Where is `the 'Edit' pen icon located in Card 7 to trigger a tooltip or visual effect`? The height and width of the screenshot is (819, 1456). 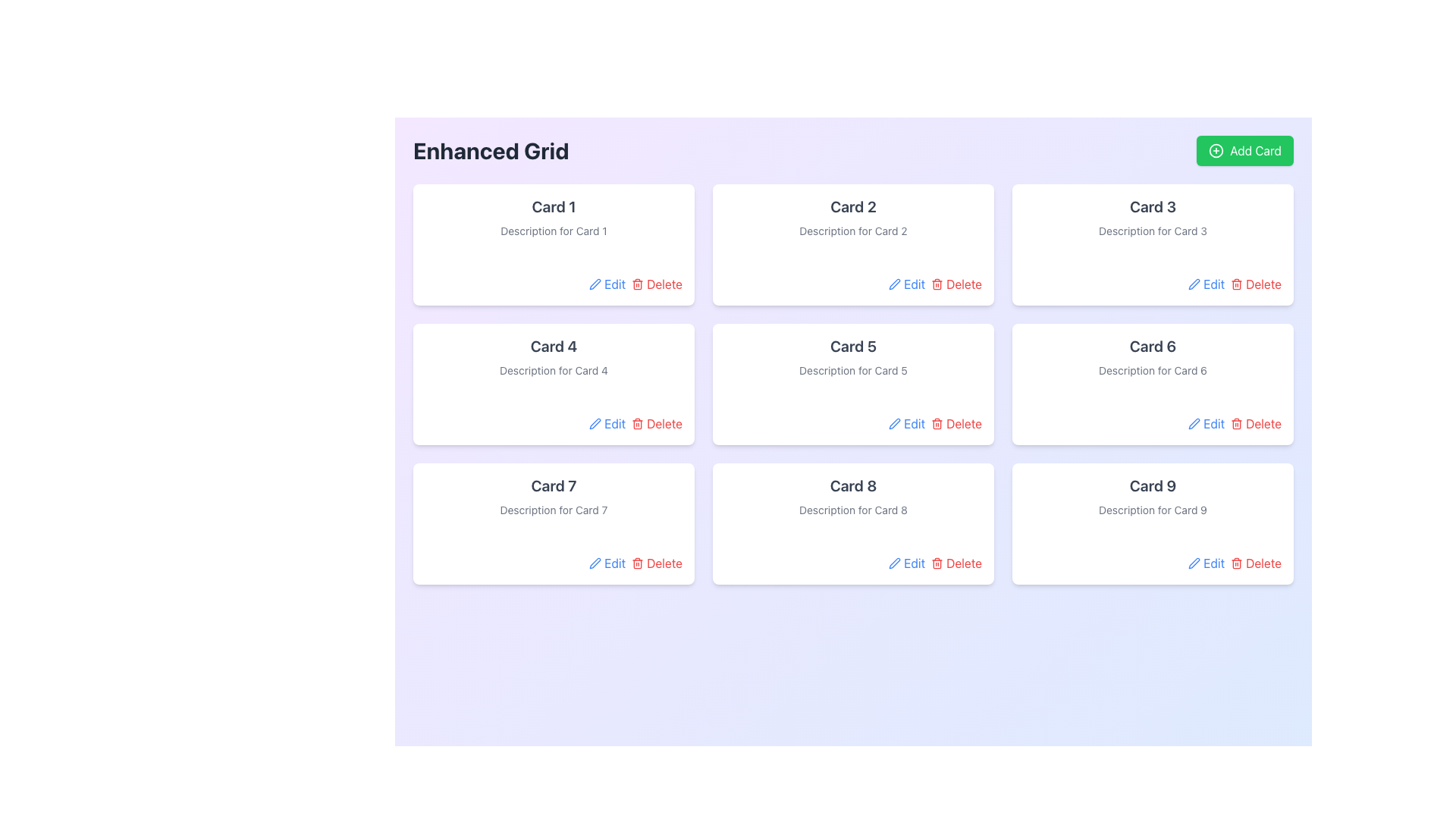
the 'Edit' pen icon located in Card 7 to trigger a tooltip or visual effect is located at coordinates (595, 563).